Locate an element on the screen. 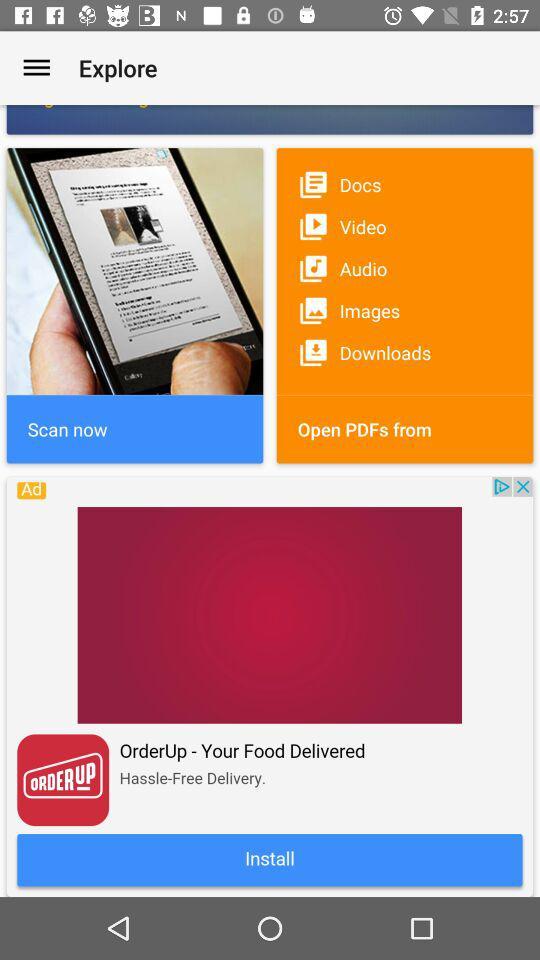 This screenshot has height=960, width=540. the image option is located at coordinates (405, 311).